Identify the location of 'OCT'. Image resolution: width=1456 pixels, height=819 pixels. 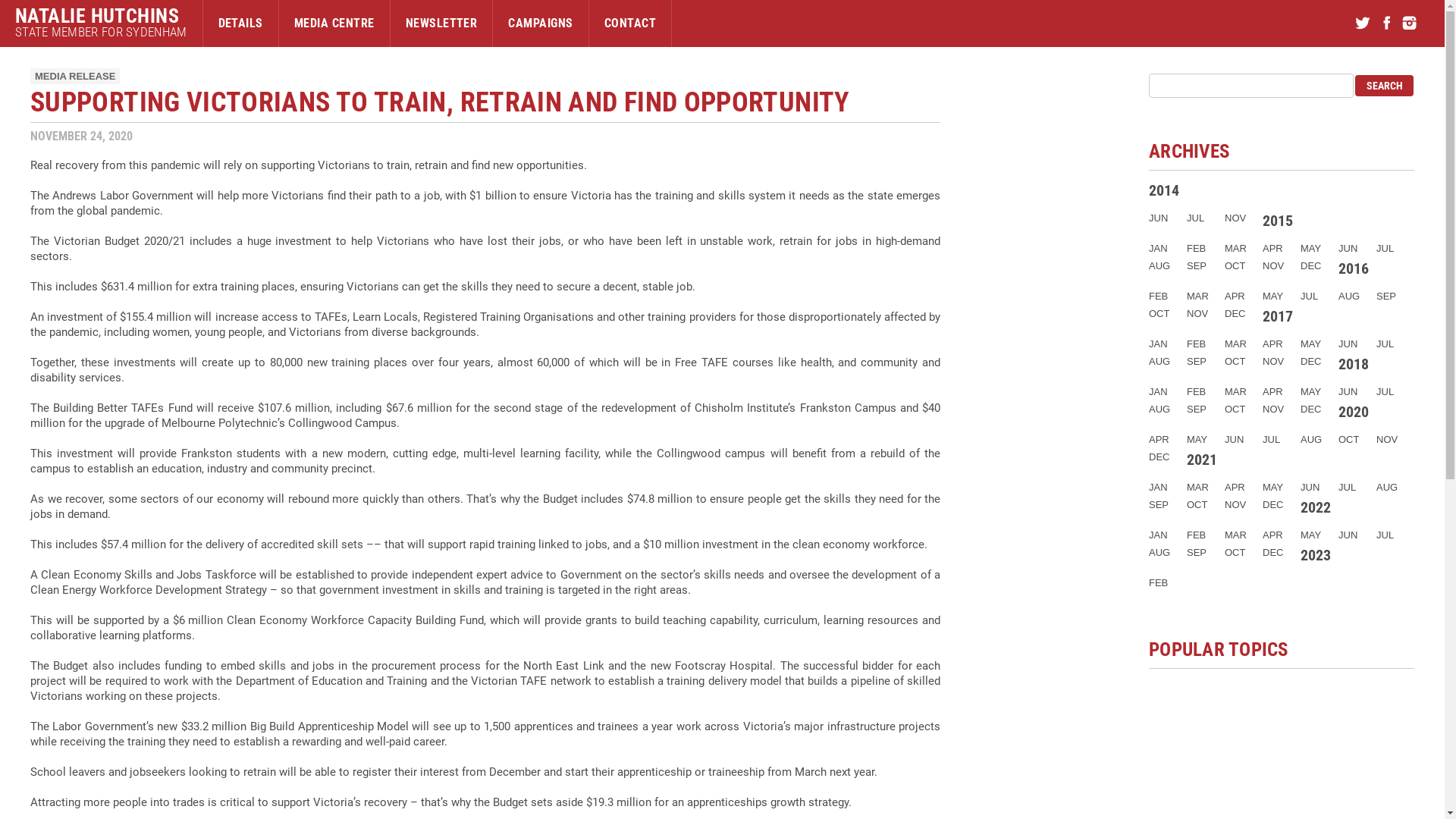
(1235, 265).